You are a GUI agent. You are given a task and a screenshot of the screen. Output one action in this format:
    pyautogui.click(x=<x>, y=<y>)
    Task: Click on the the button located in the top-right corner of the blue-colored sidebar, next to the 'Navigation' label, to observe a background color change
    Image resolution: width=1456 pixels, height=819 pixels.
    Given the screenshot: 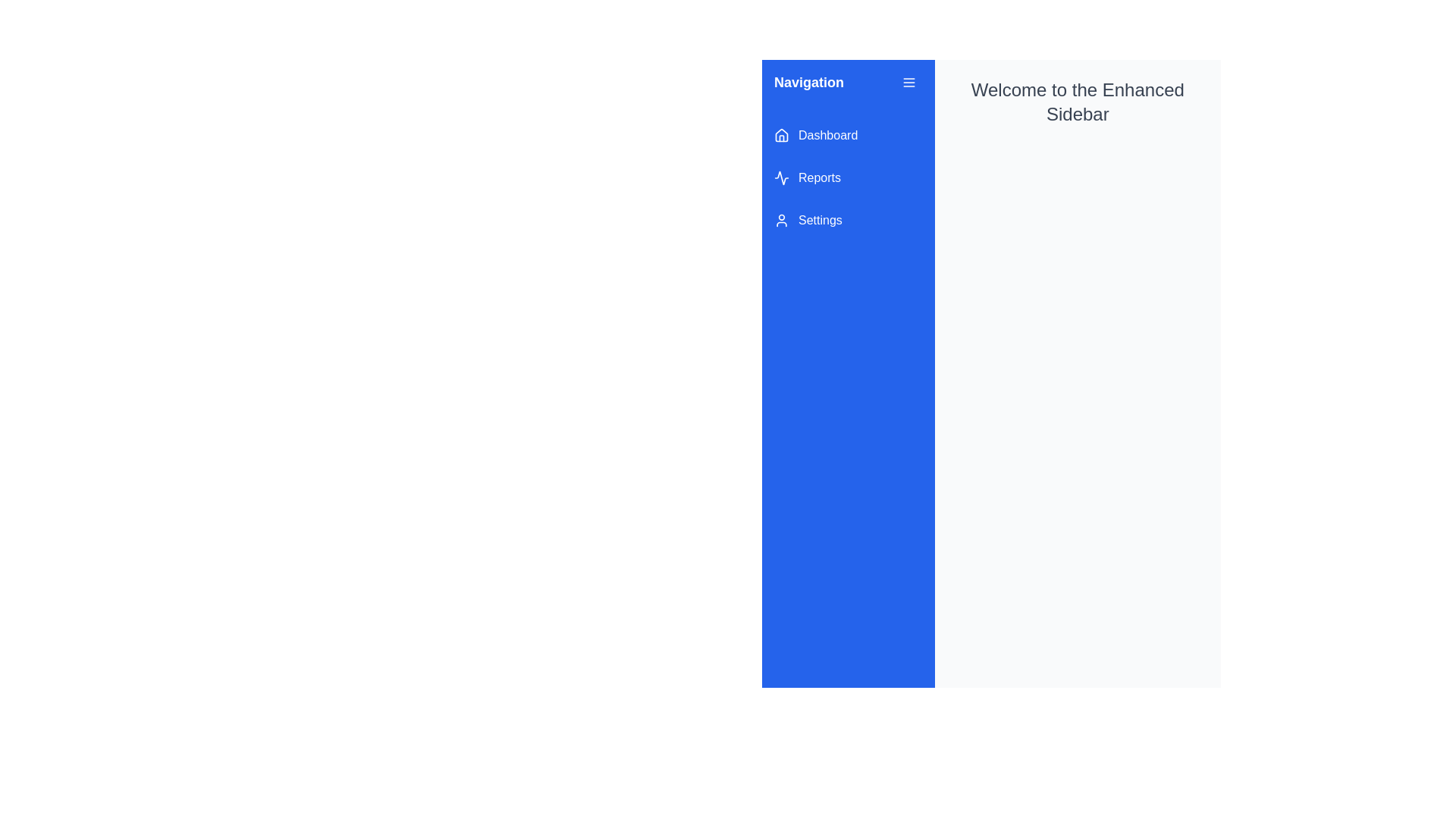 What is the action you would take?
    pyautogui.click(x=908, y=82)
    